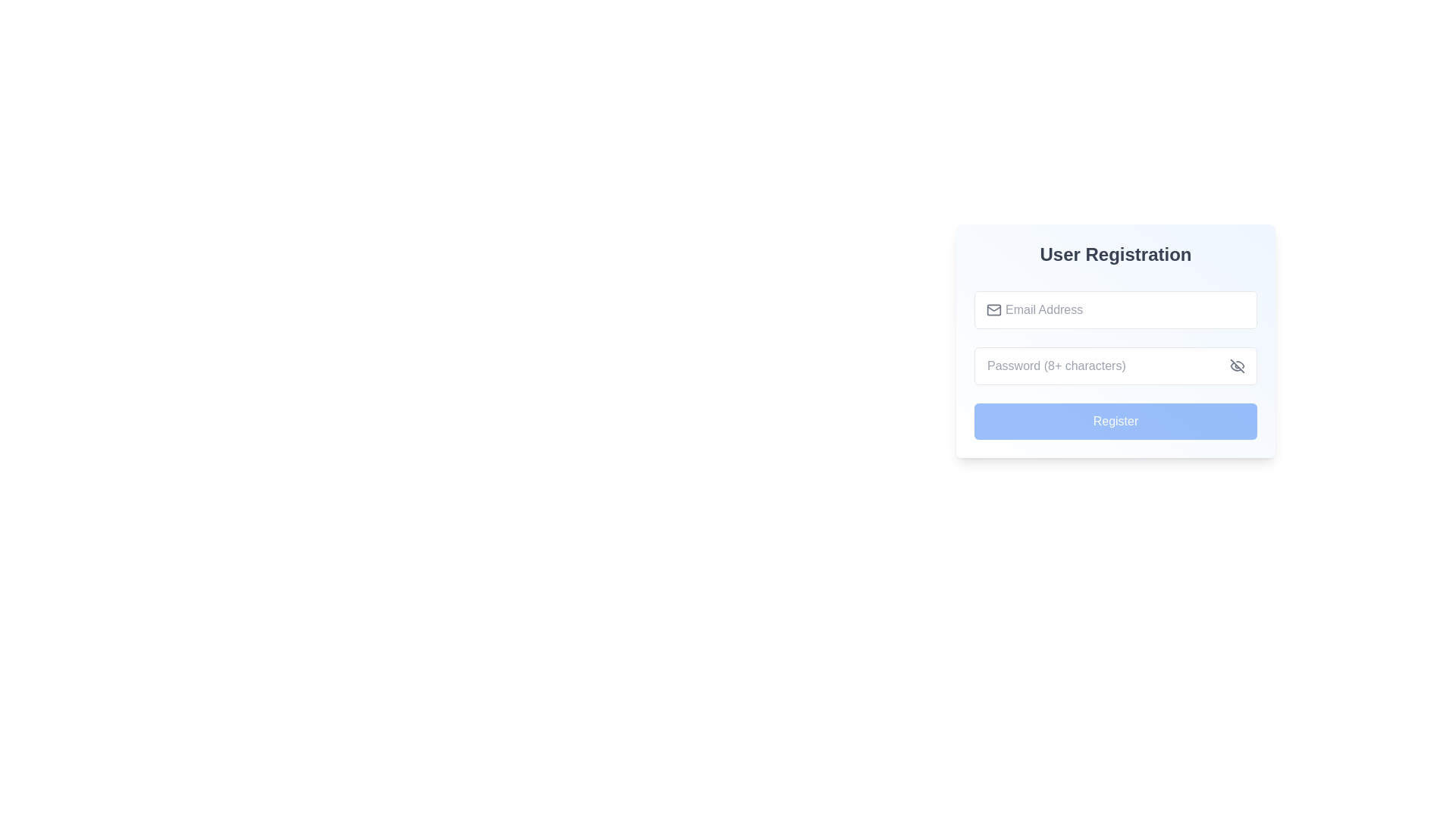 The height and width of the screenshot is (819, 1456). Describe the element at coordinates (993, 309) in the screenshot. I see `the small grayscale mail icon resembling an envelope located to the left of the email input field in the User Registration form` at that location.